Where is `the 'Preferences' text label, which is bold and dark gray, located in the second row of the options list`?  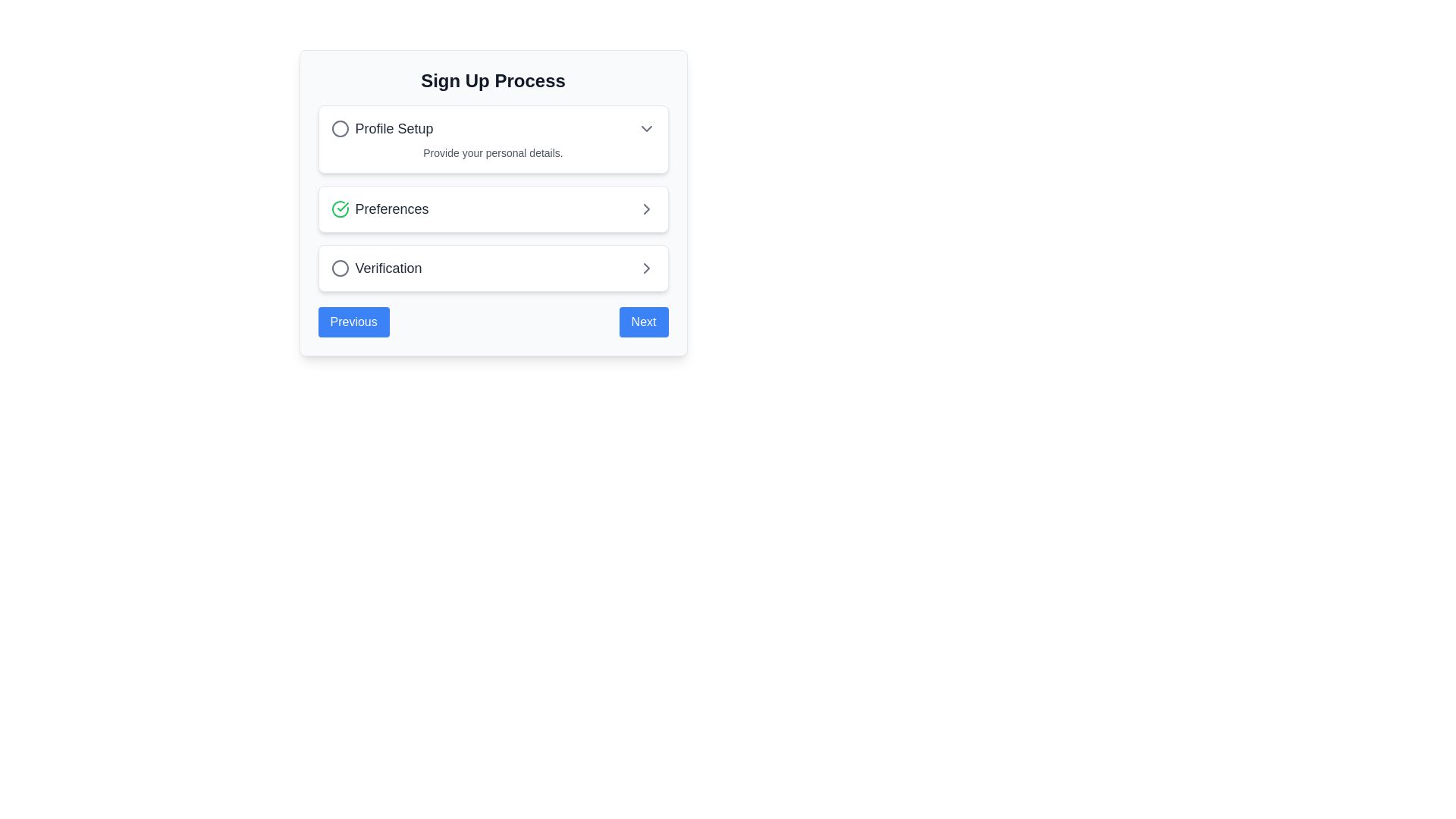 the 'Preferences' text label, which is bold and dark gray, located in the second row of the options list is located at coordinates (380, 209).